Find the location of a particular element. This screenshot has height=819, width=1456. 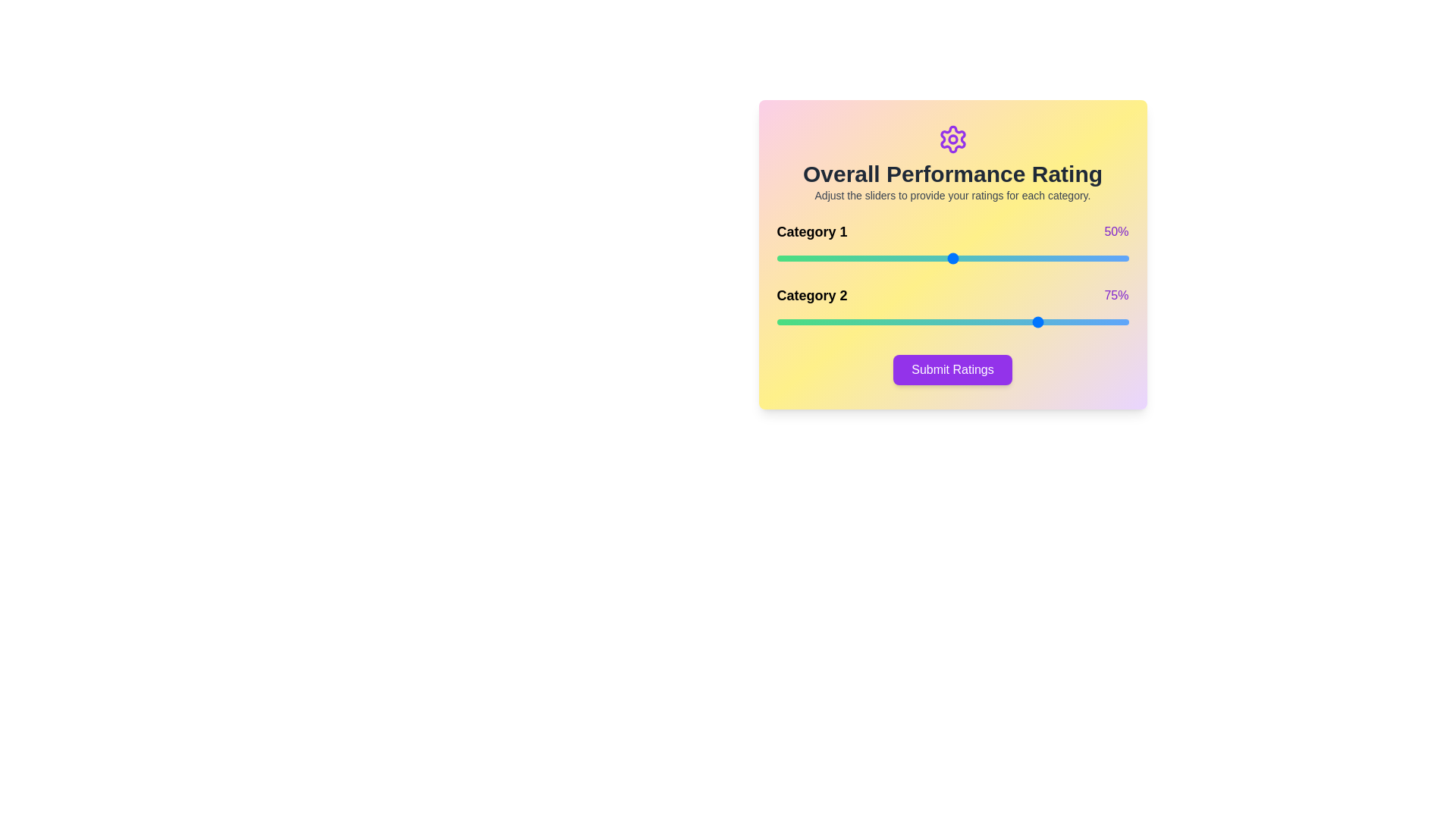

the slider for Category 2 to set its rating to 33% is located at coordinates (893, 321).